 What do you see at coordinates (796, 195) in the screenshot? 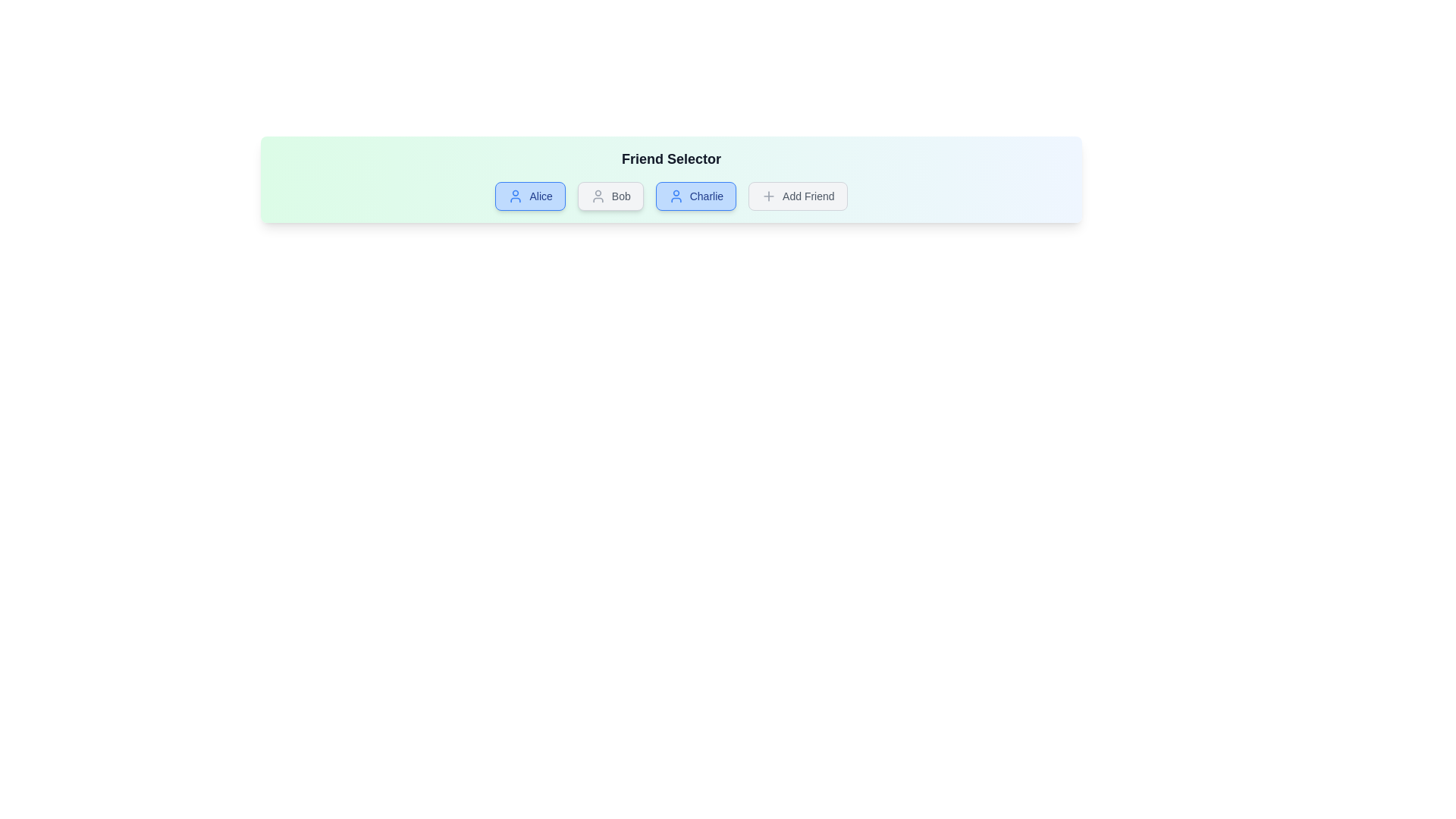
I see `the 'Add Friend' button to trigger the add friend action` at bounding box center [796, 195].